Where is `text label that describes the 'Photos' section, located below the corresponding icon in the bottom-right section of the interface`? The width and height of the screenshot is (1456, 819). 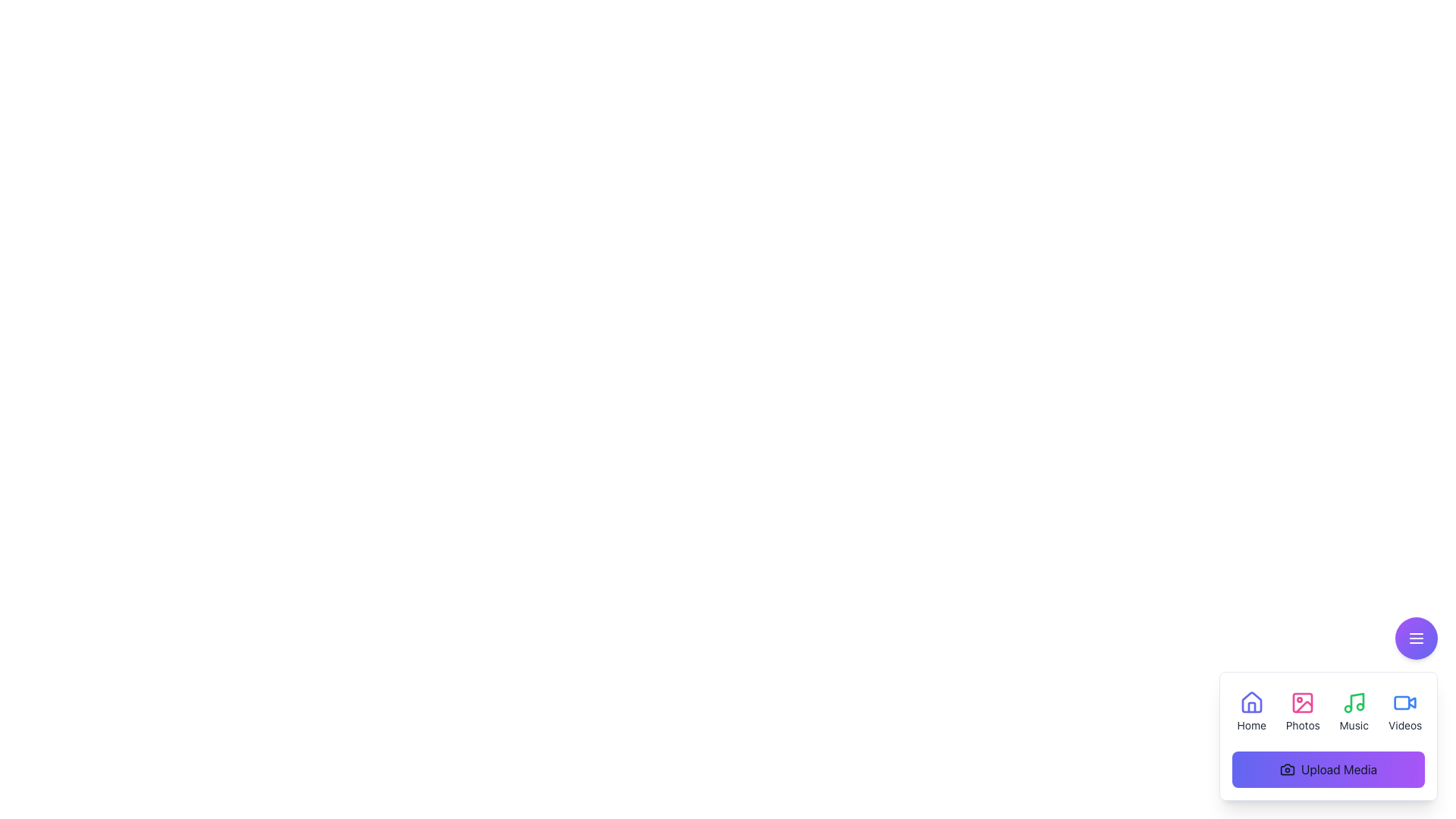
text label that describes the 'Photos' section, located below the corresponding icon in the bottom-right section of the interface is located at coordinates (1302, 724).